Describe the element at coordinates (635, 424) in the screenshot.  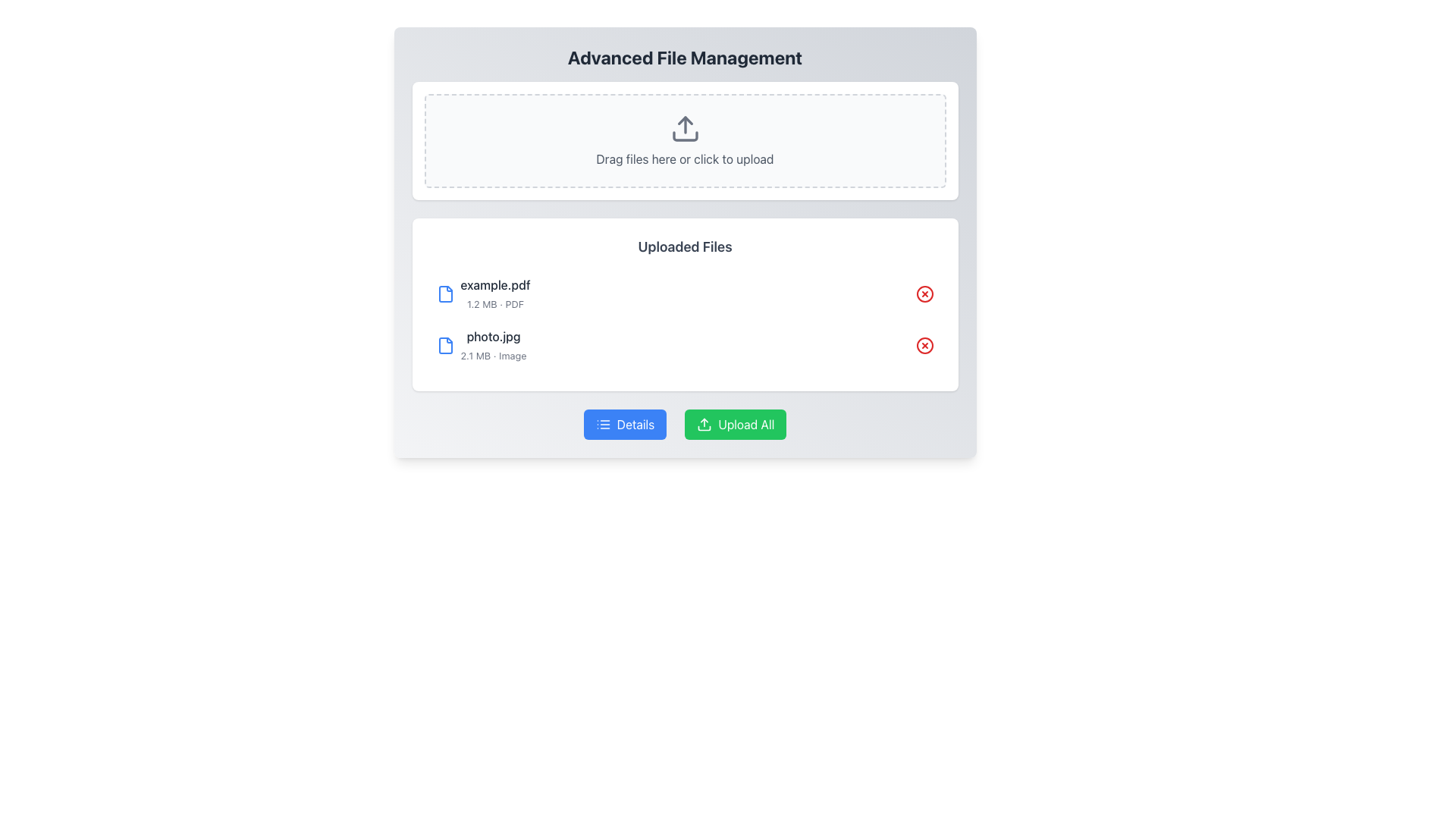
I see `the 'Details' text on the blue rounded button located below the uploaded files section` at that location.